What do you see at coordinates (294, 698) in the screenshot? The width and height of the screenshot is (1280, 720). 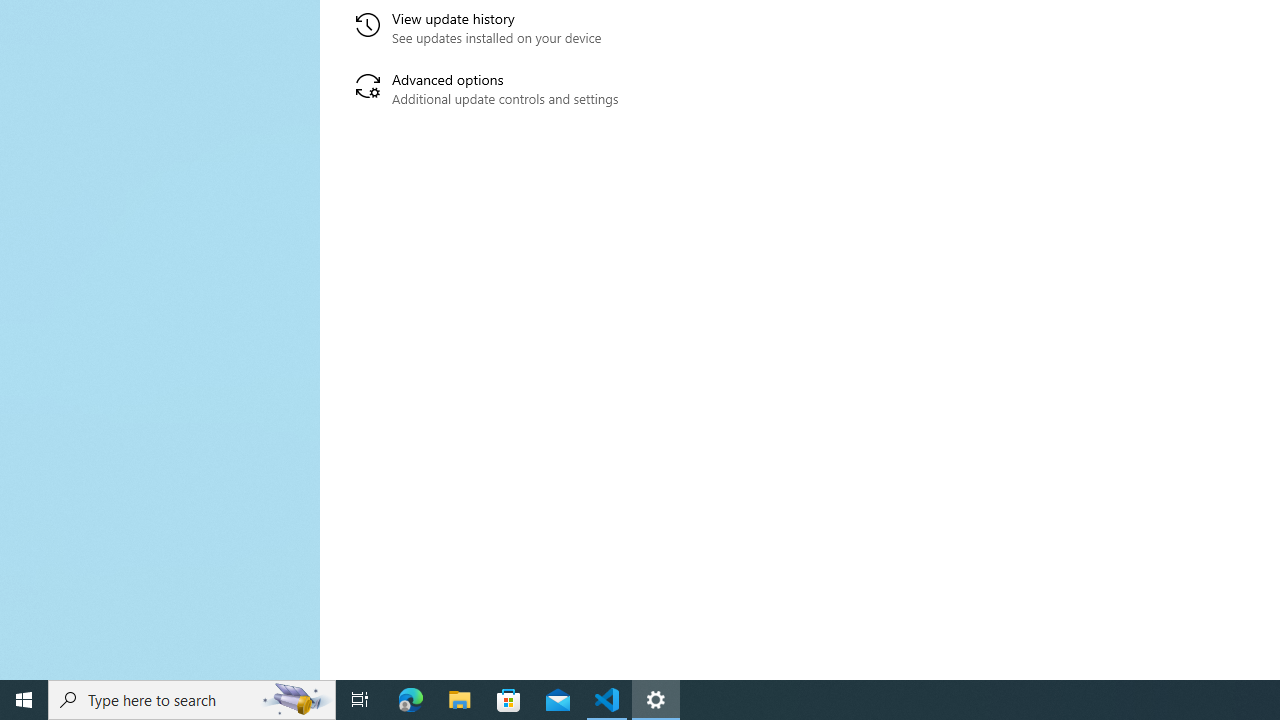 I see `'Search highlights icon opens search home window'` at bounding box center [294, 698].